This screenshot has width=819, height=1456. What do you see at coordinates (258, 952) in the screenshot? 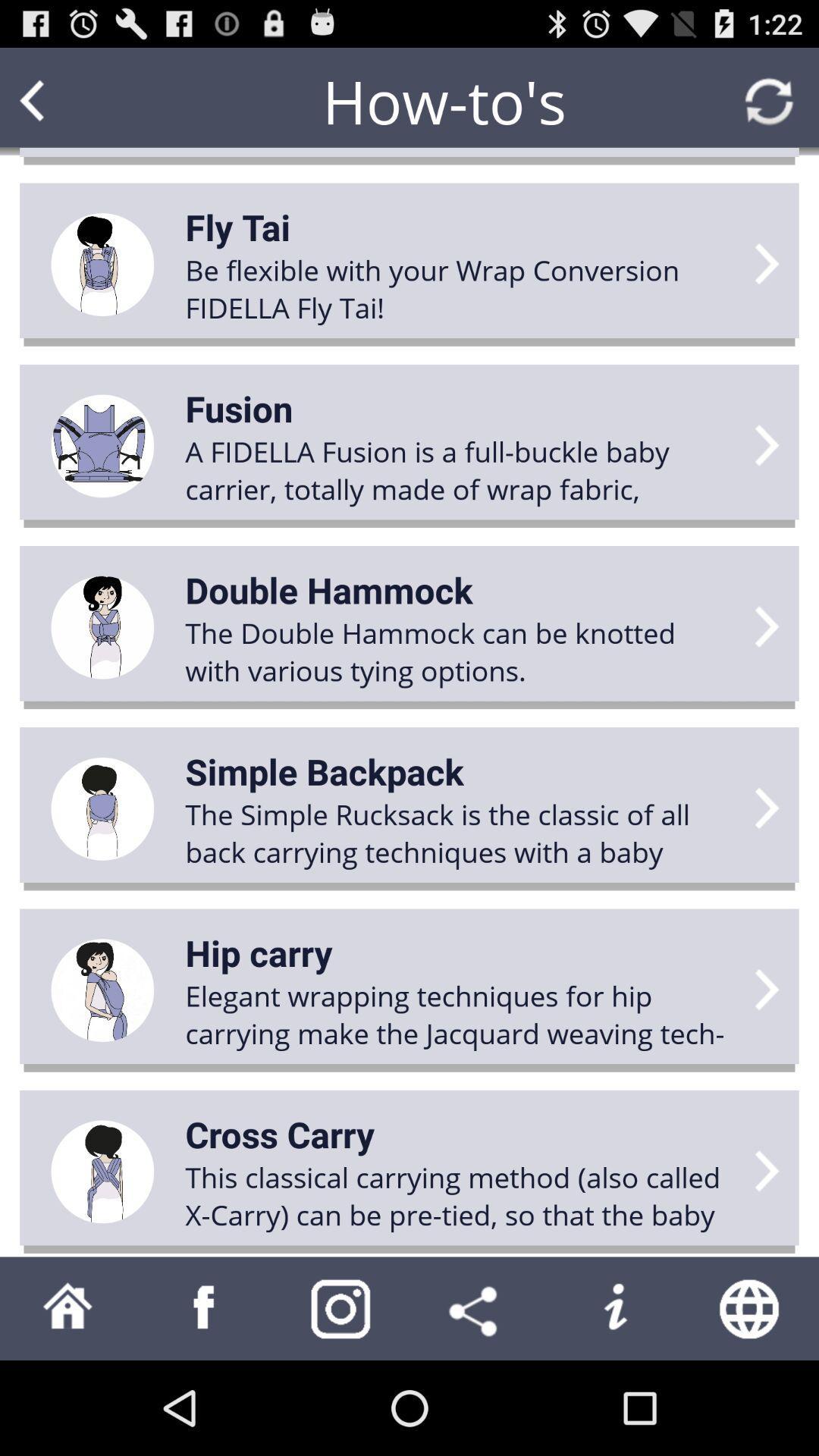
I see `hip carry` at bounding box center [258, 952].